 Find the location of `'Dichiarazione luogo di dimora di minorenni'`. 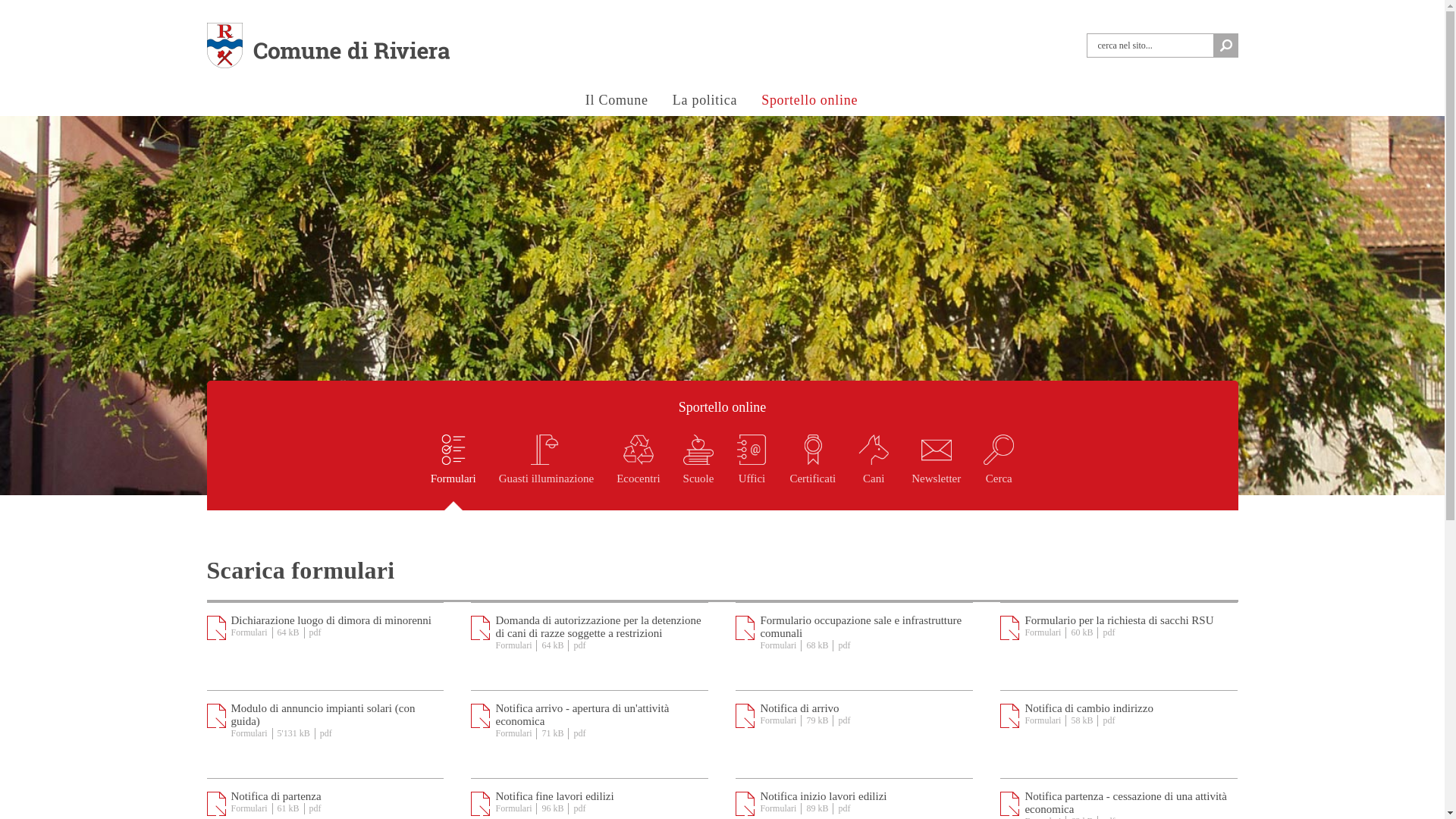

'Dichiarazione luogo di dimora di minorenni' is located at coordinates (229, 620).